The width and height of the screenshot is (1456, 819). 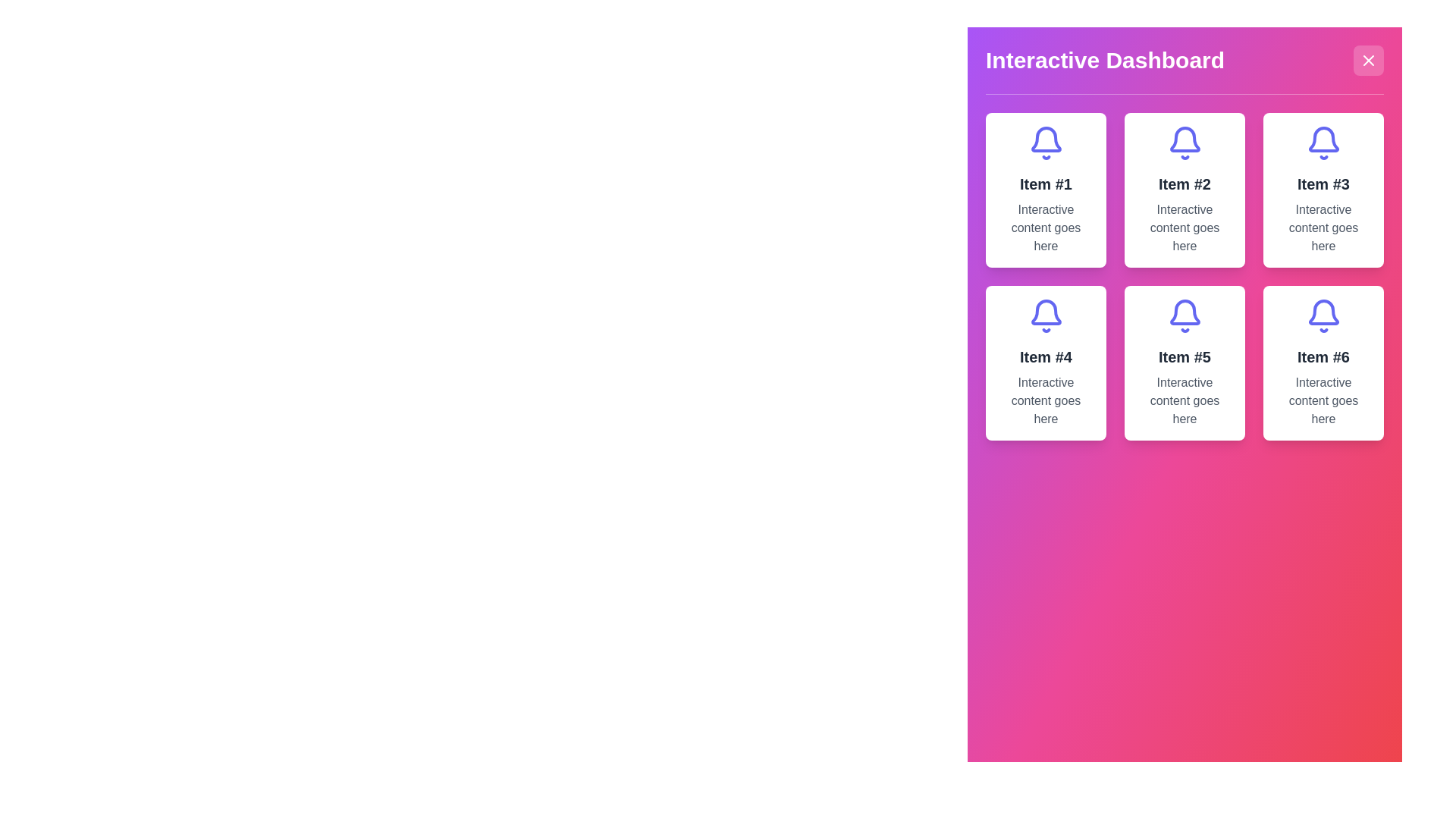 What do you see at coordinates (1045, 189) in the screenshot?
I see `the top-left composite card element in the grid layout` at bounding box center [1045, 189].